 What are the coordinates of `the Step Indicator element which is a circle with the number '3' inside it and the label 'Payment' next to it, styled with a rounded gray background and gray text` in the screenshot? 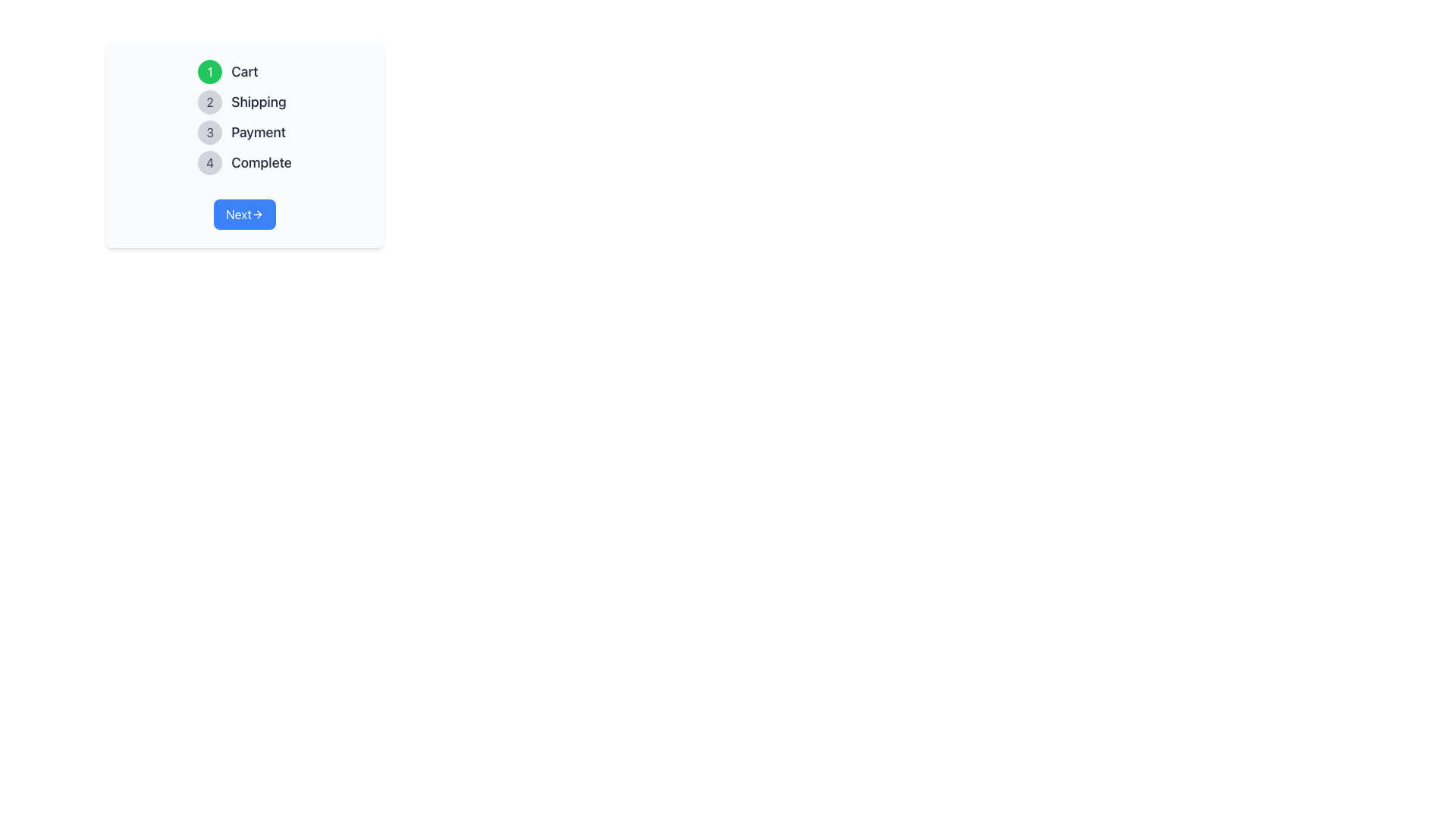 It's located at (244, 131).